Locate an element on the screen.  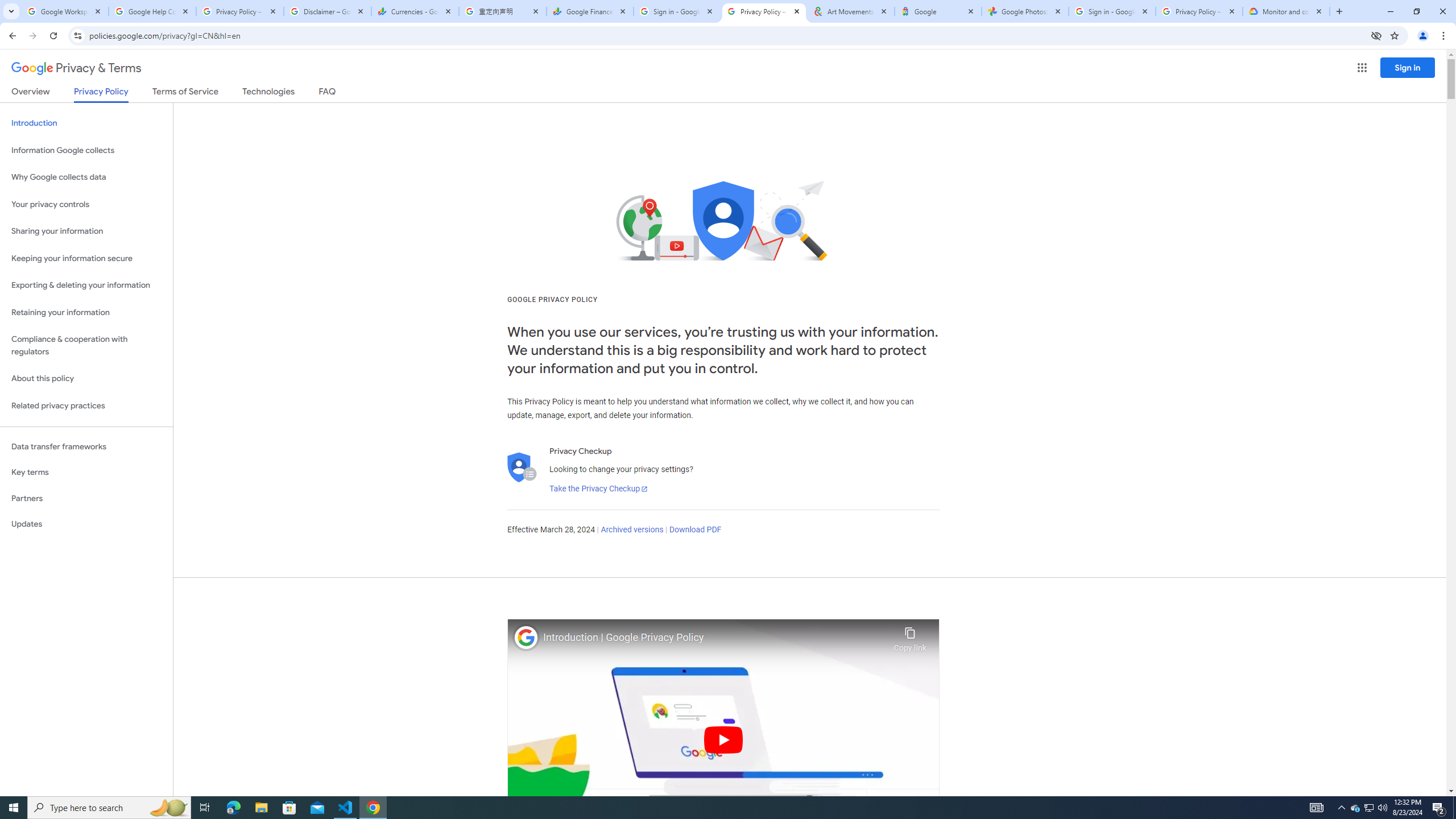
'Your privacy controls' is located at coordinates (86, 205).